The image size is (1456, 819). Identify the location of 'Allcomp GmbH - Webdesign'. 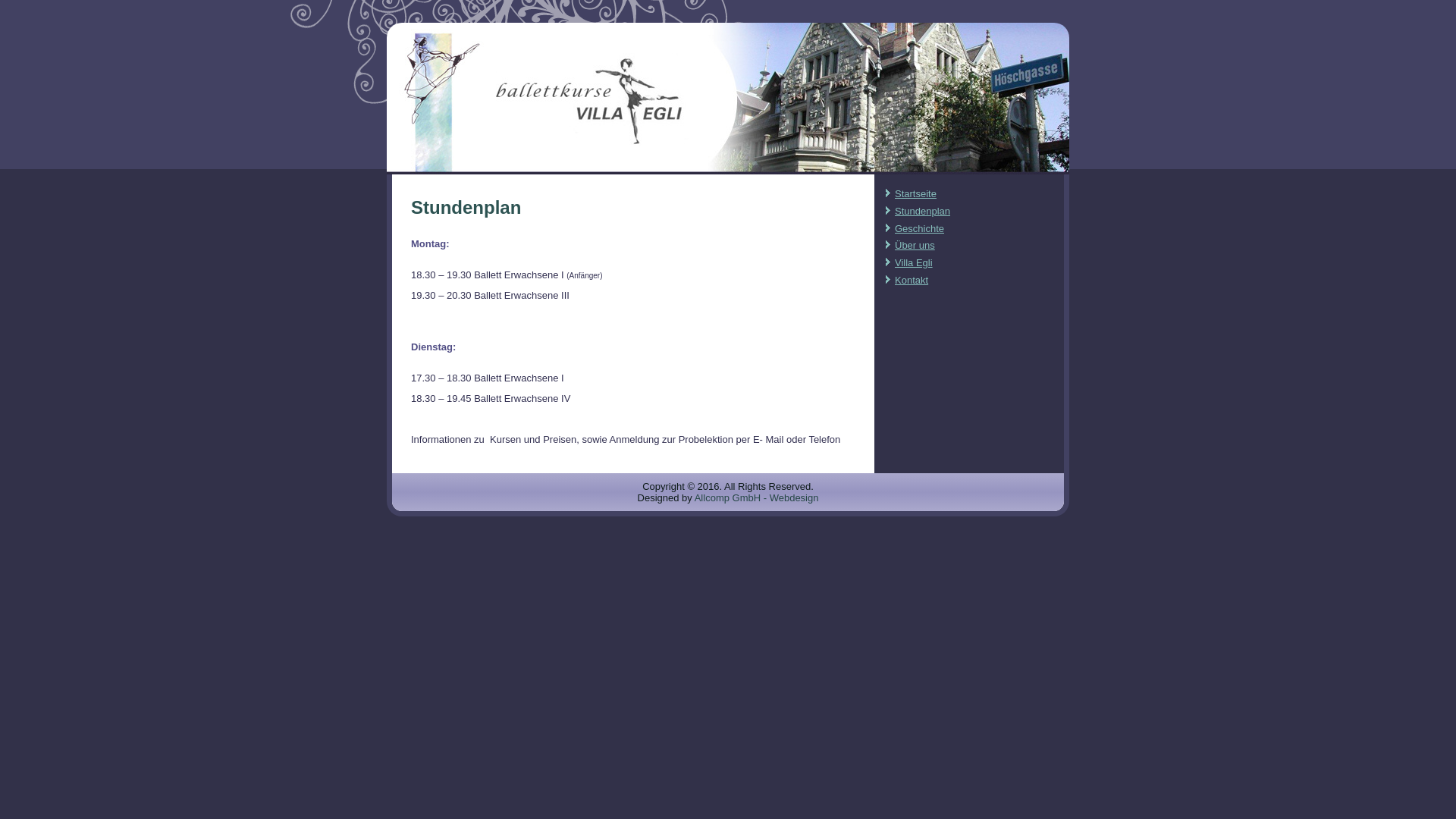
(757, 497).